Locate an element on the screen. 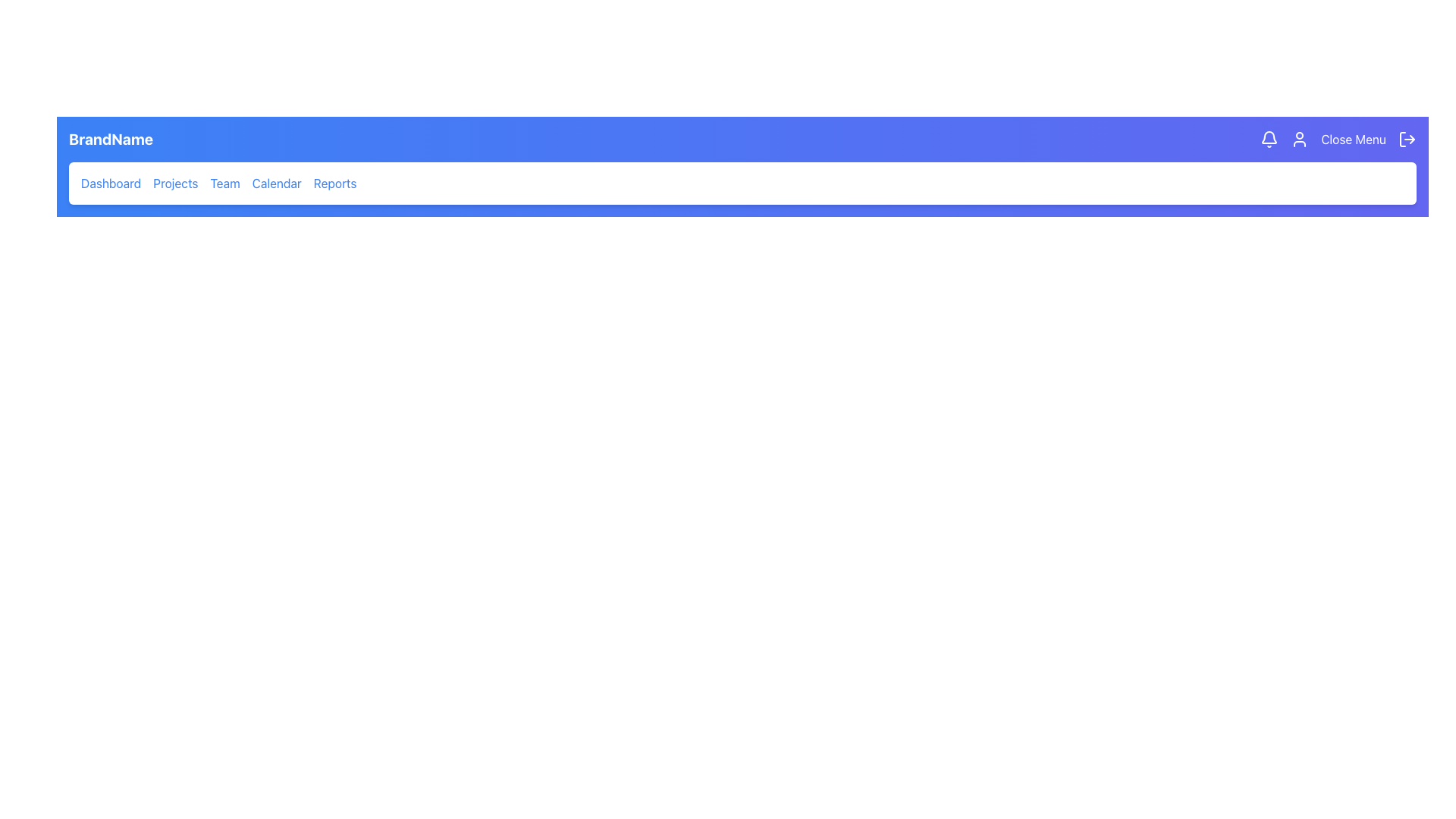  the logout button located at the far right of the header bar is located at coordinates (1407, 140).